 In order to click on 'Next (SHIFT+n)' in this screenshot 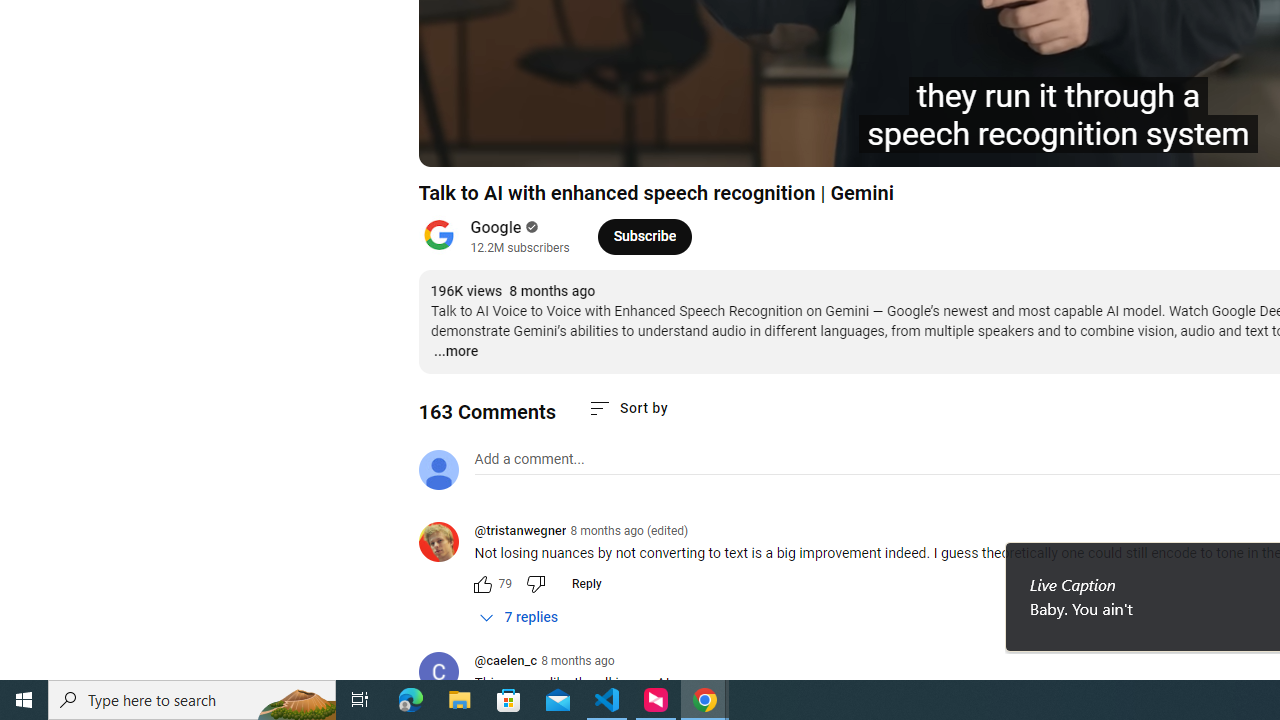, I will do `click(546, 141)`.